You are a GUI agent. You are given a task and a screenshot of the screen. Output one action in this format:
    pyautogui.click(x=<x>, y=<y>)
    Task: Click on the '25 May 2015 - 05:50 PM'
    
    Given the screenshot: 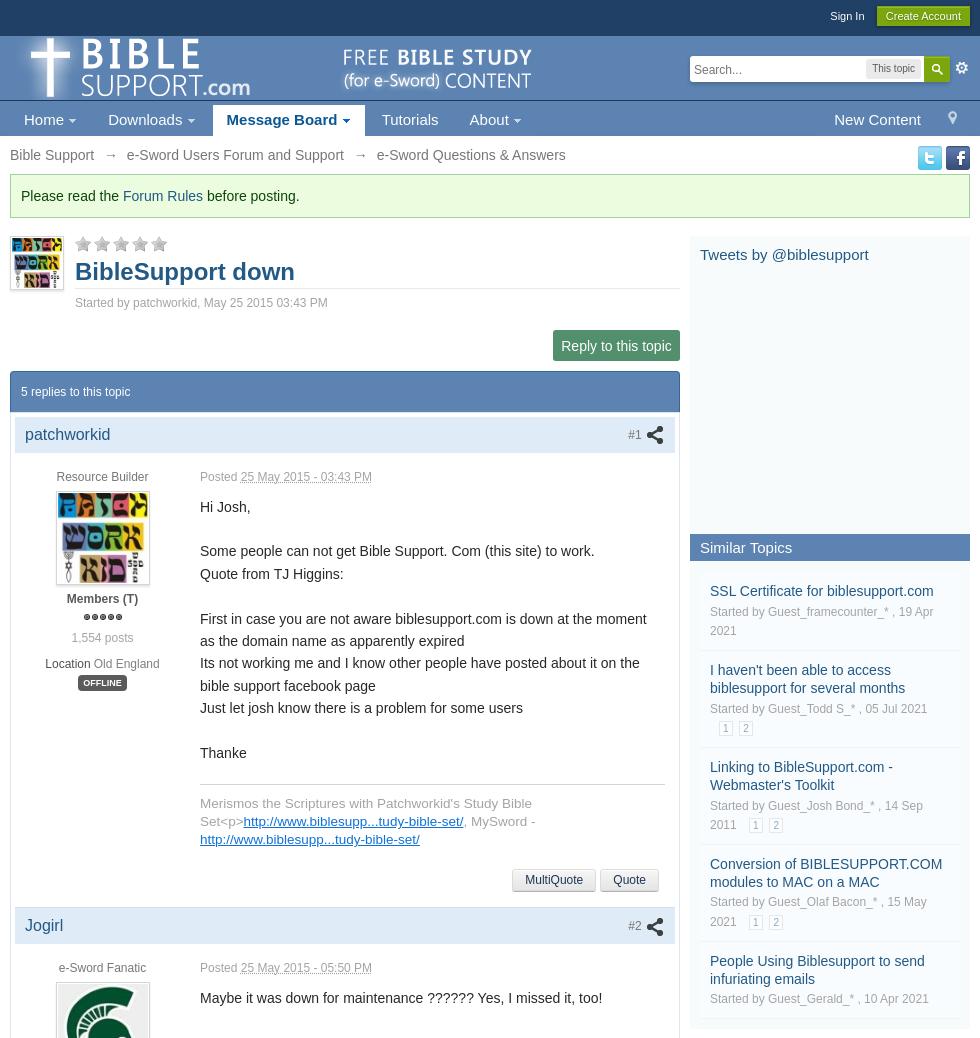 What is the action you would take?
    pyautogui.click(x=305, y=968)
    